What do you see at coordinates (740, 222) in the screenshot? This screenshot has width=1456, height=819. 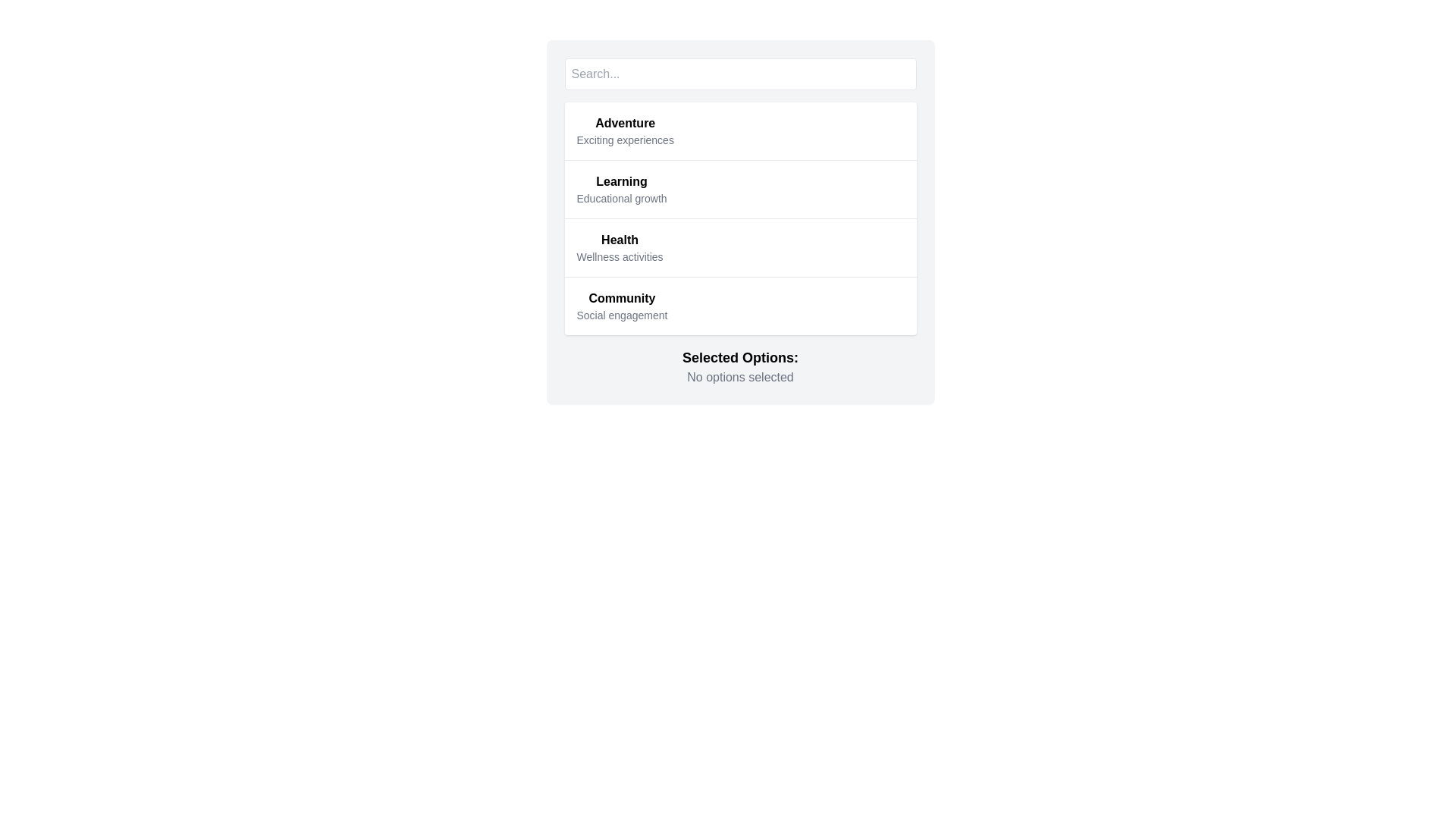 I see `the 'Health' option card, which is the third selectable option in a vertical list, located between 'Learning' and 'Community'` at bounding box center [740, 222].